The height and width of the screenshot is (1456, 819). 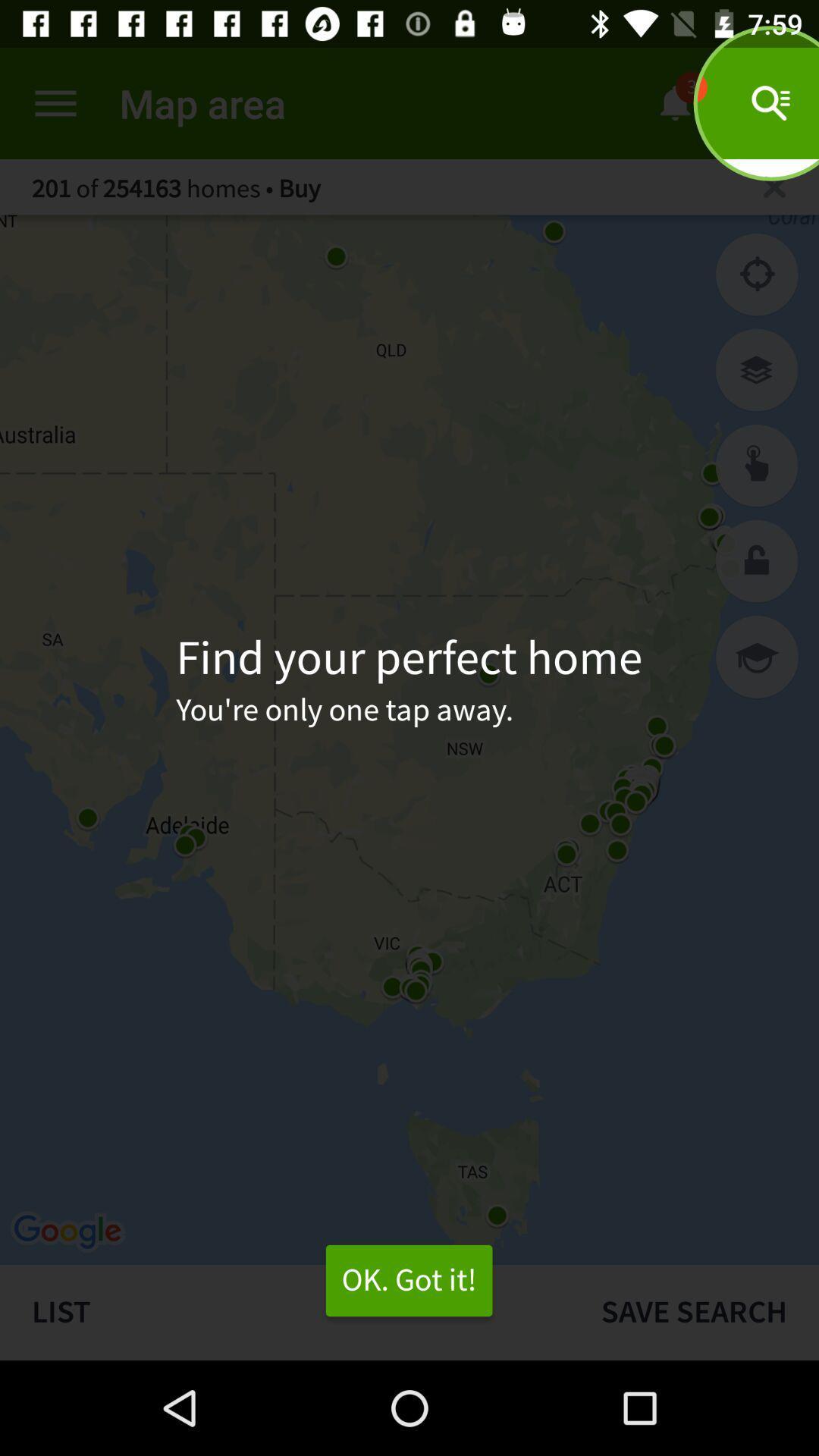 I want to click on the list item, so click(x=284, y=1312).